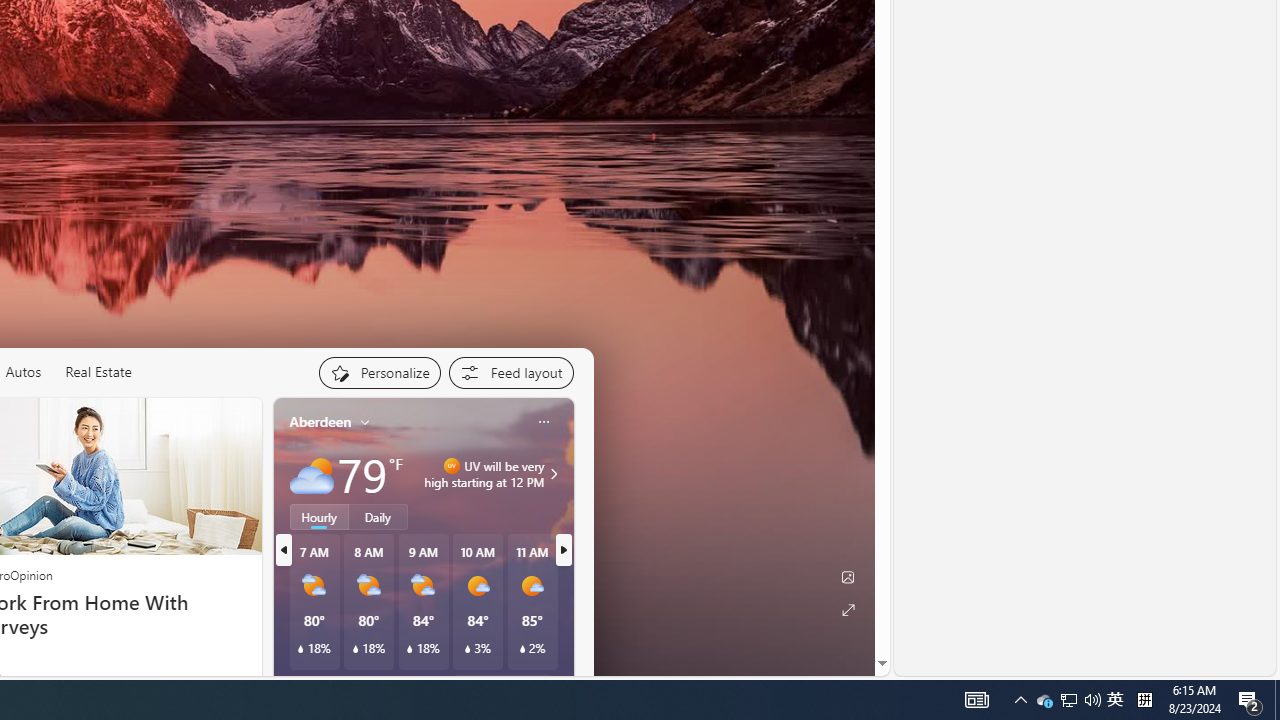  Describe the element at coordinates (320, 421) in the screenshot. I see `'Aberdeen'` at that location.